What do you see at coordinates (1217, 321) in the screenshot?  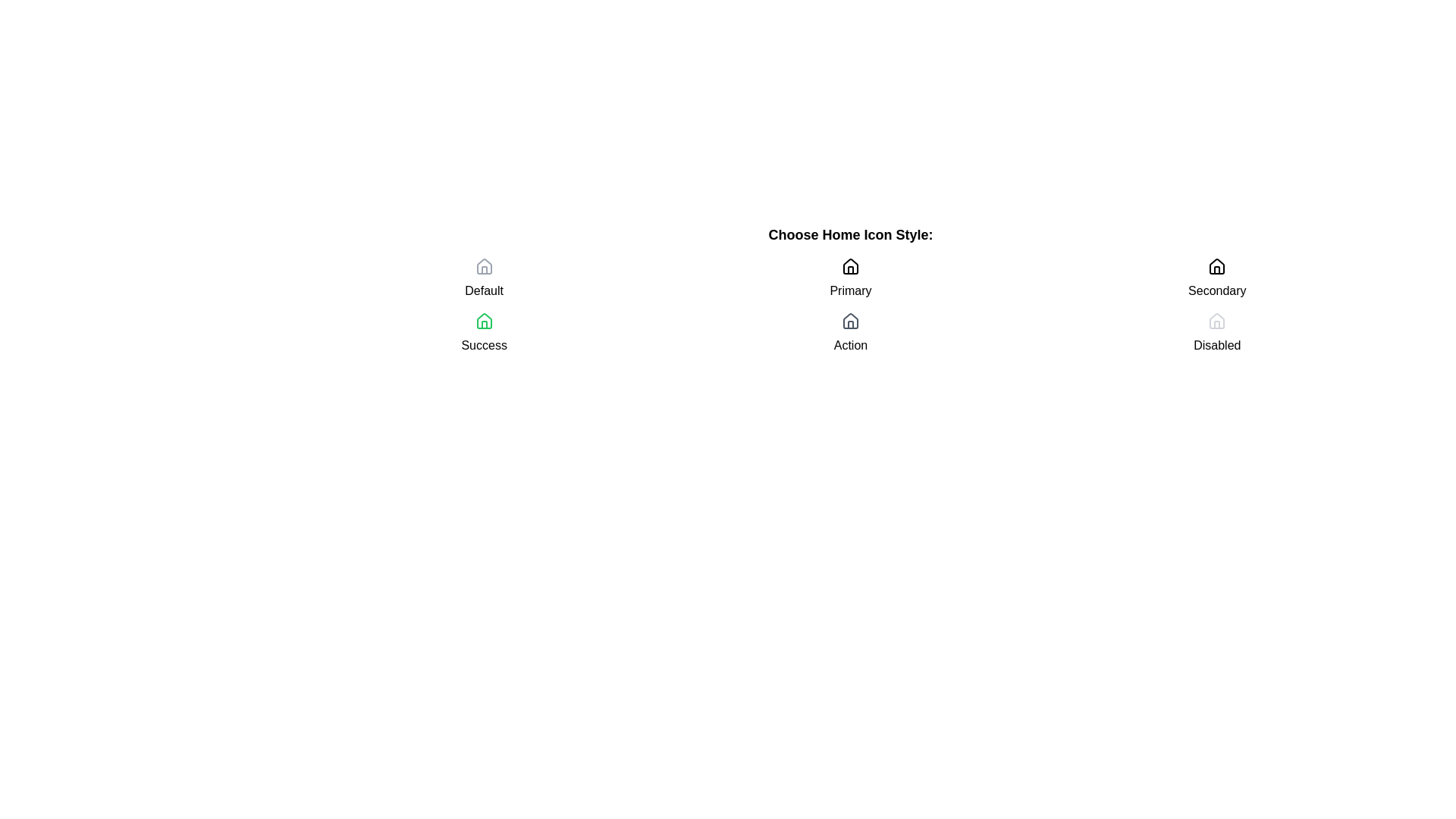 I see `the 'Home' icon which is displayed in a disabled state, located above the text 'Disabled' and part of the section labeled 'Choose Home Icon Style:'` at bounding box center [1217, 321].